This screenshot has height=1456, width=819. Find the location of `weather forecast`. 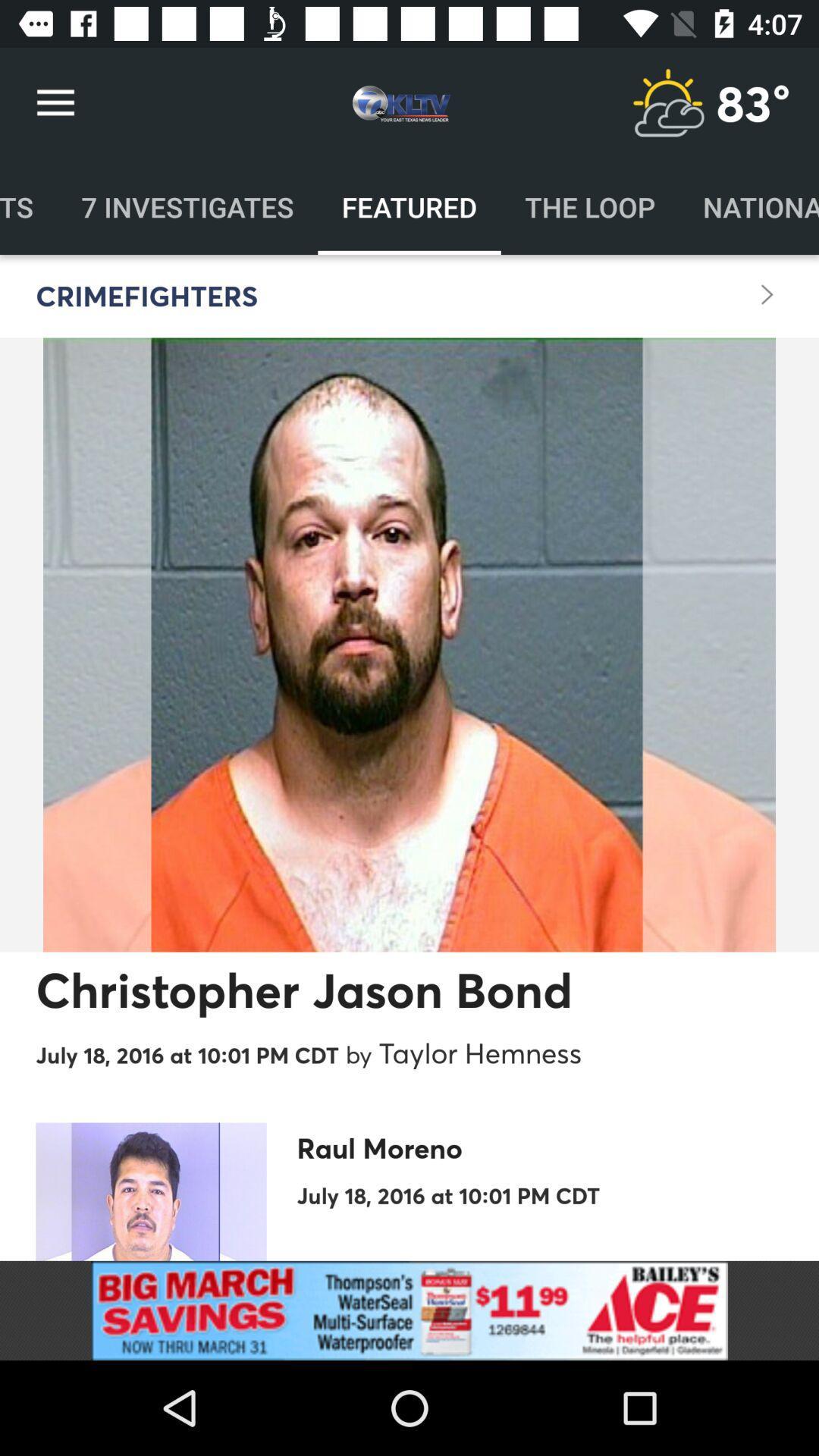

weather forecast is located at coordinates (667, 102).